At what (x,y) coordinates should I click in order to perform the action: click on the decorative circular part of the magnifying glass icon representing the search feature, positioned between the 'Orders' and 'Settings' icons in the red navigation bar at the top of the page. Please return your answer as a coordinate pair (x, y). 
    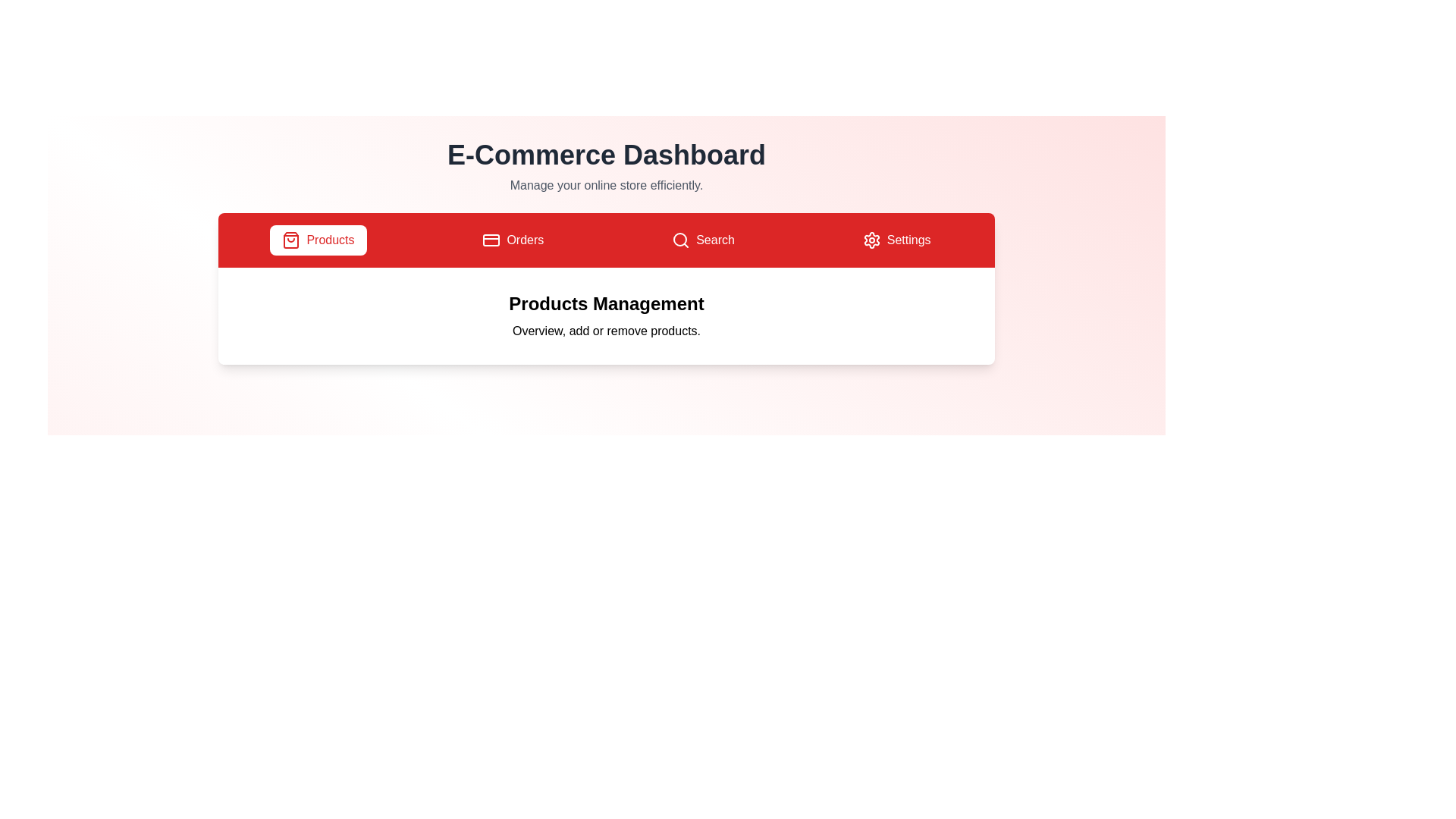
    Looking at the image, I should click on (679, 239).